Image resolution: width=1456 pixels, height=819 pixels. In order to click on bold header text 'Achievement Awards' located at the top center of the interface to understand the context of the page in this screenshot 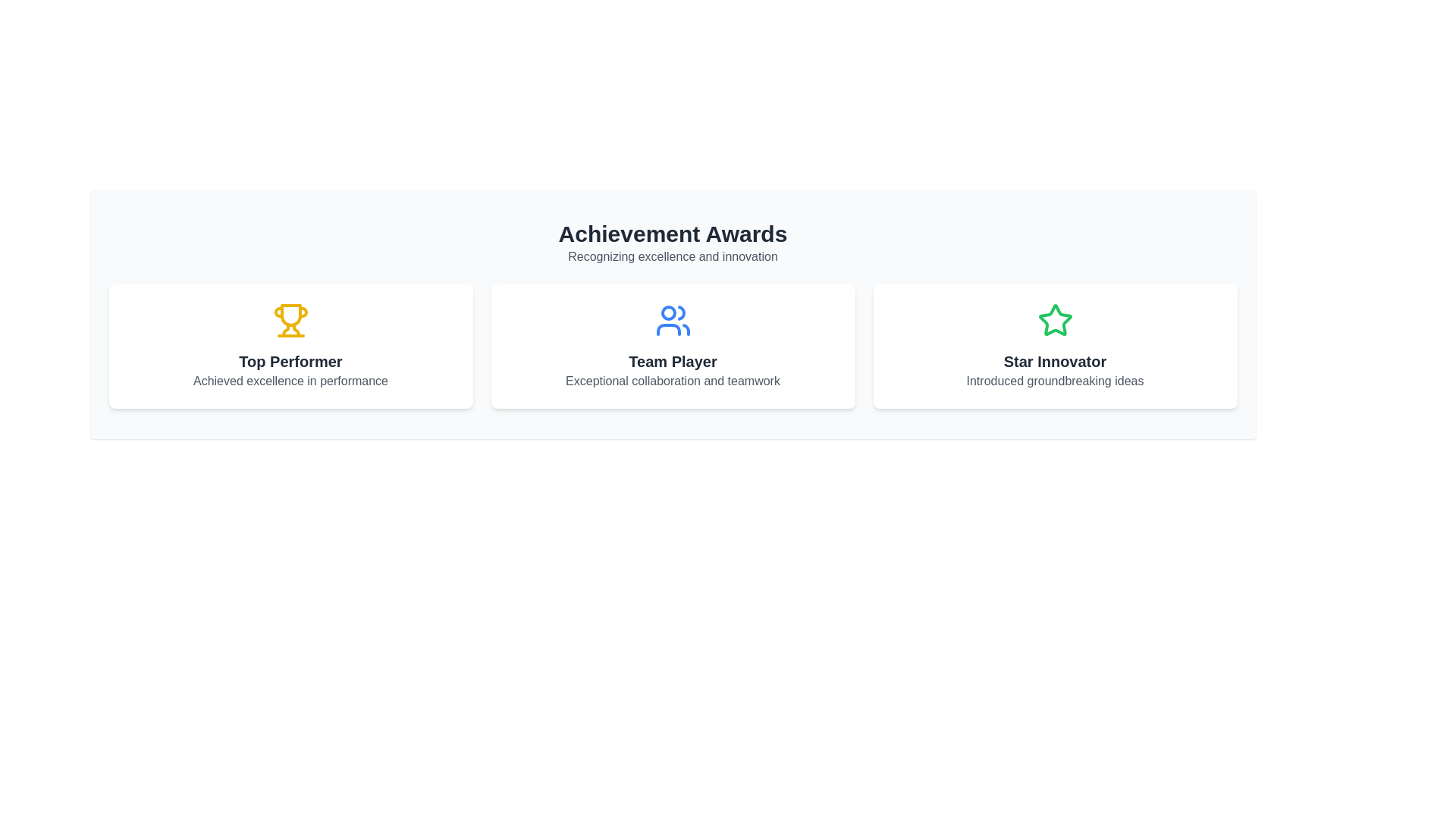, I will do `click(672, 234)`.